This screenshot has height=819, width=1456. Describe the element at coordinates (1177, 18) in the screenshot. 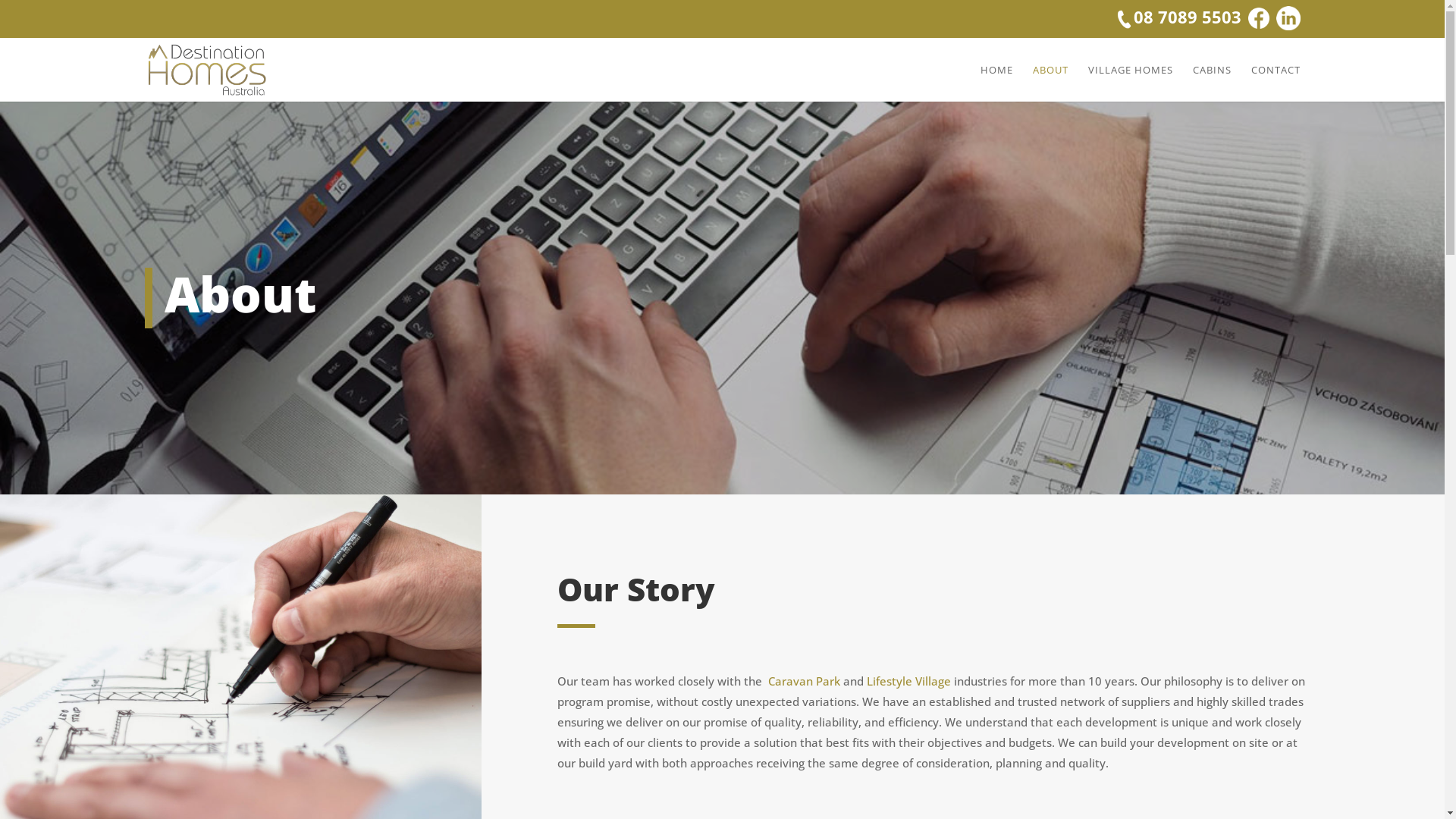

I see `'08 7089 5503'` at that location.